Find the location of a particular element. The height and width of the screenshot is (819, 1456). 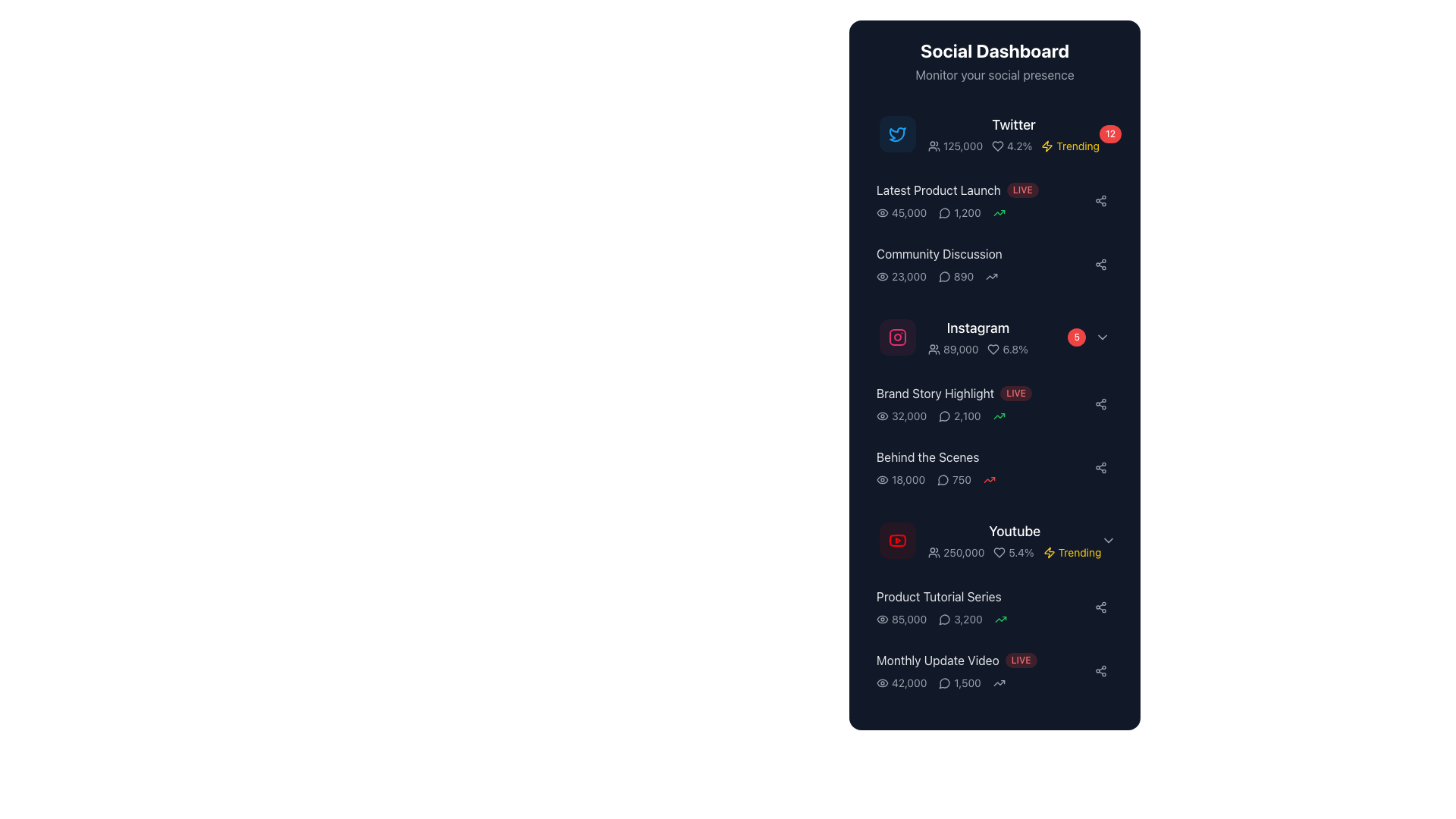

the eye icon that represents view count metrics, located to the left of the text '85,000' in the 'Product Tutorial Series' section is located at coordinates (882, 620).